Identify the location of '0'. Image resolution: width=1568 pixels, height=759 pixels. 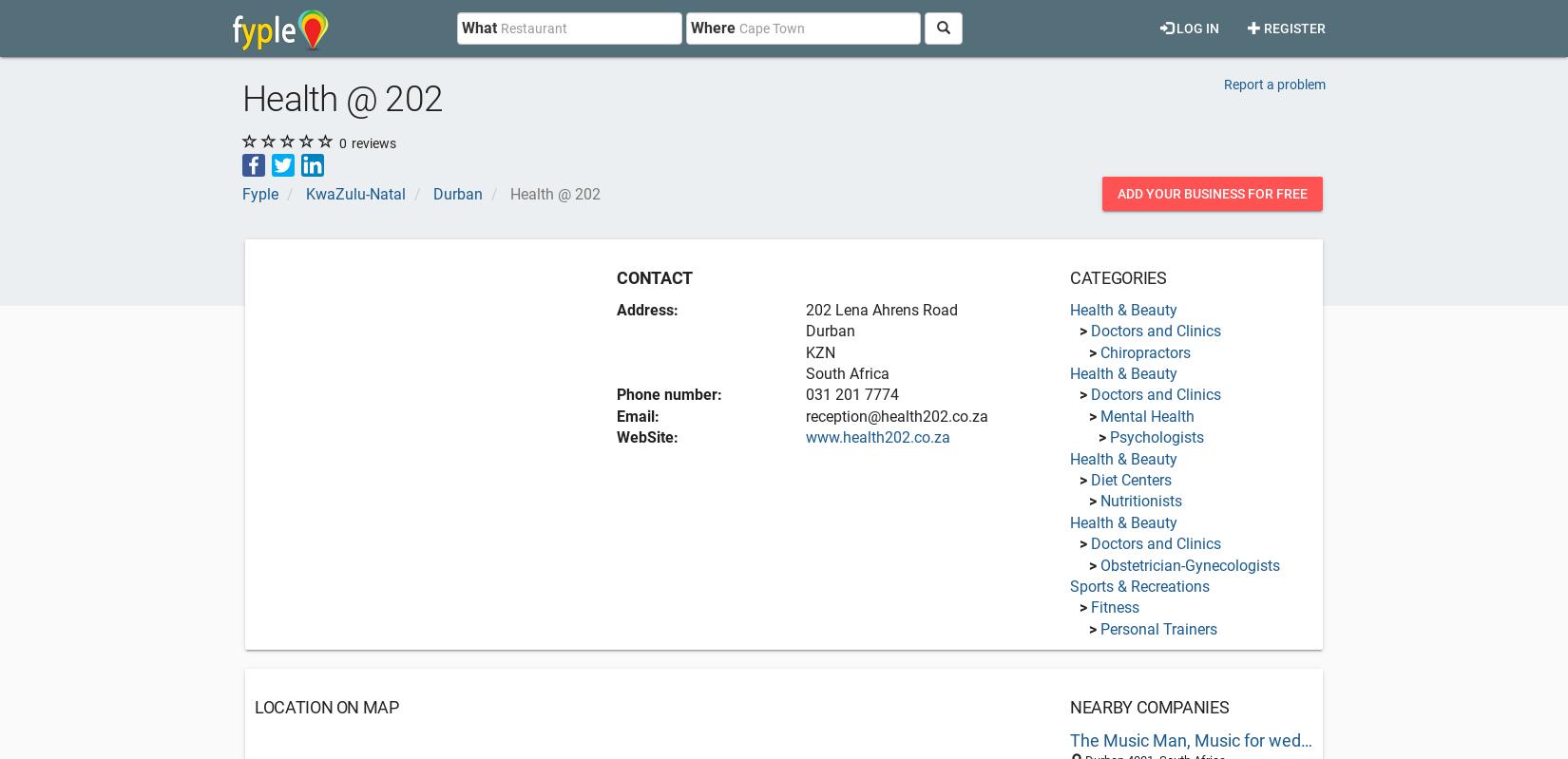
(339, 142).